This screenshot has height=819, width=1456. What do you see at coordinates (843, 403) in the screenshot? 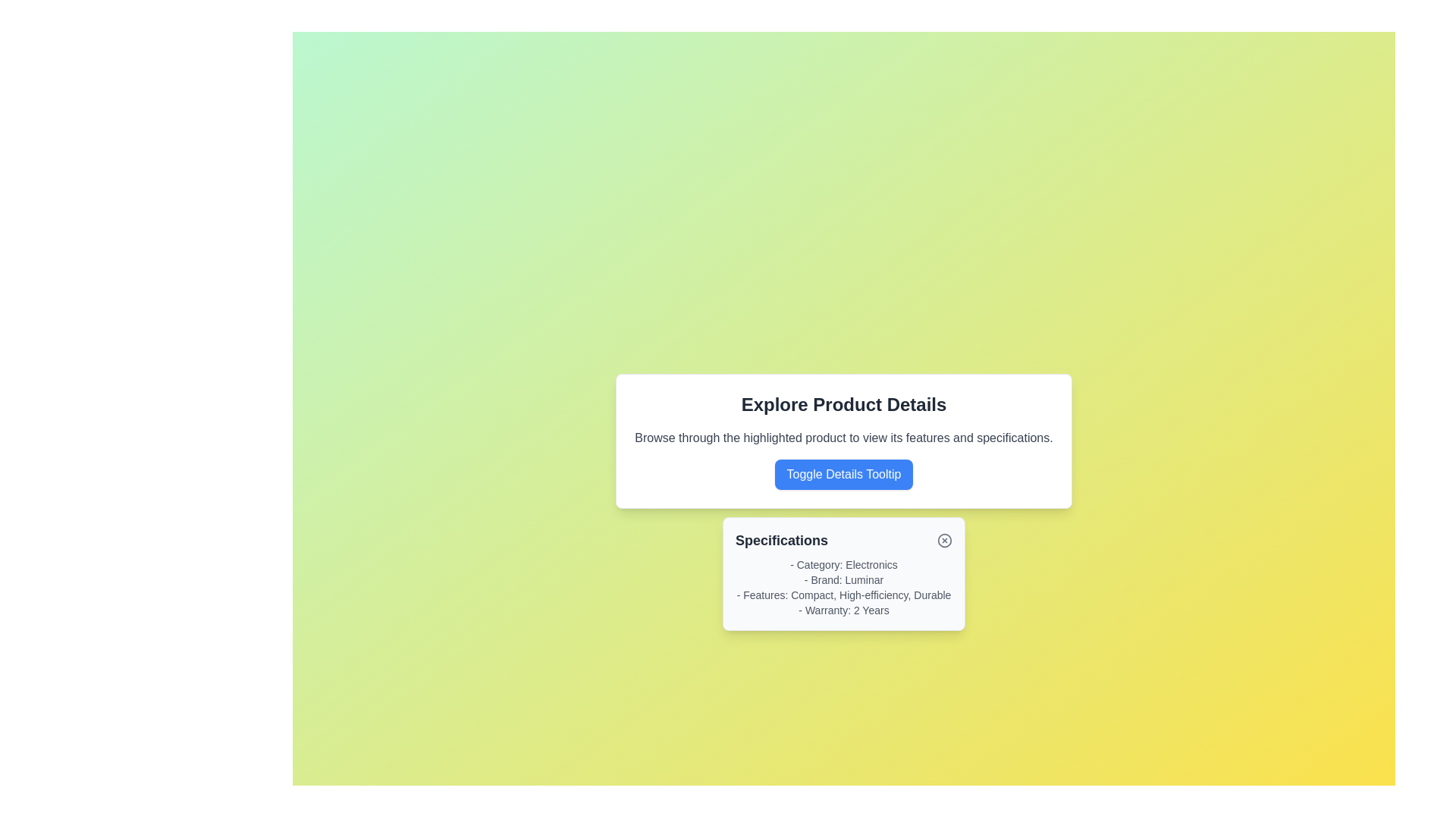
I see `the Text Label that serves as the title or headline of the section, which is positioned above the description paragraph` at bounding box center [843, 403].